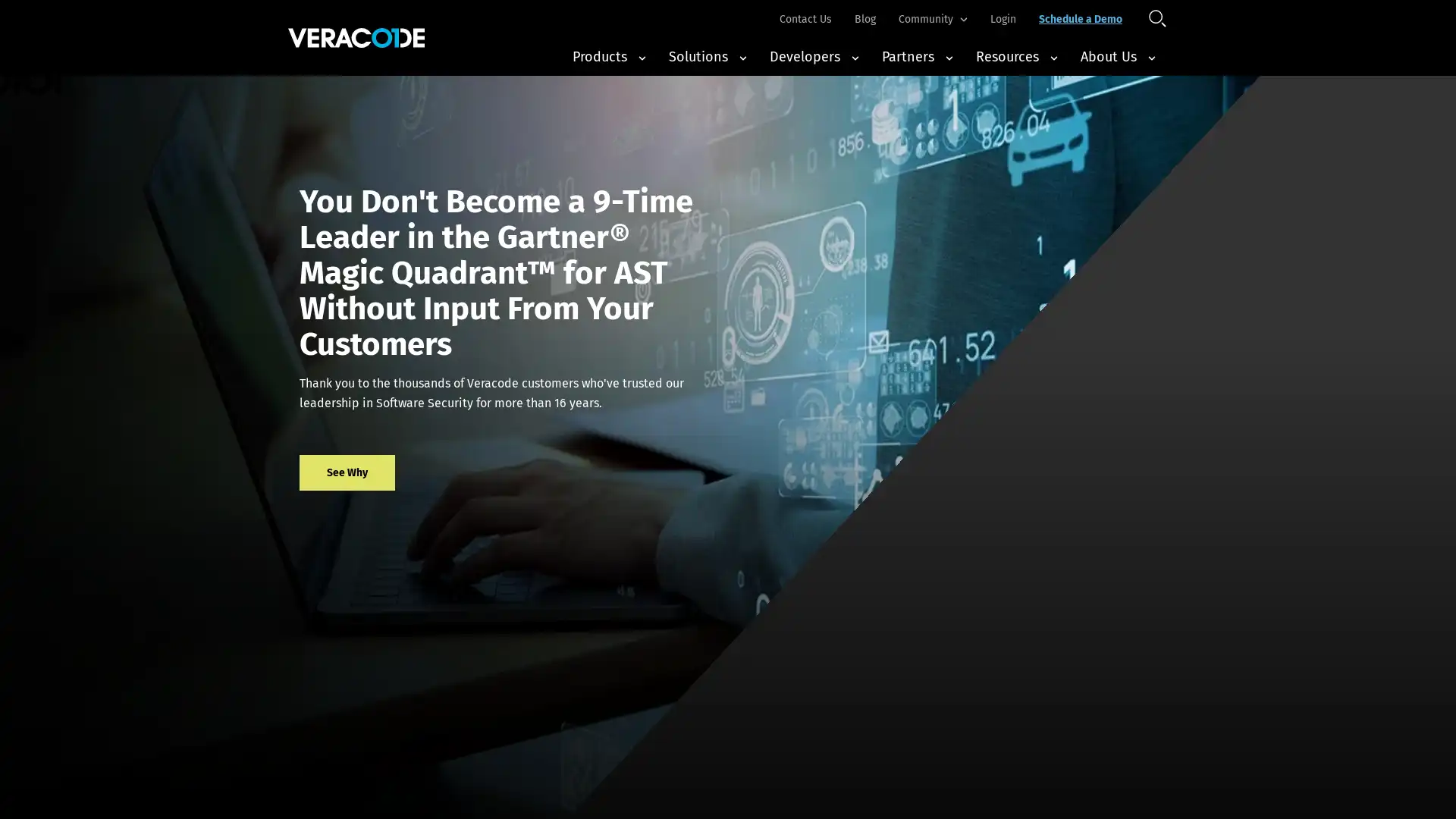 The width and height of the screenshot is (1456, 819). I want to click on Accept All Cookies, so click(1116, 761).